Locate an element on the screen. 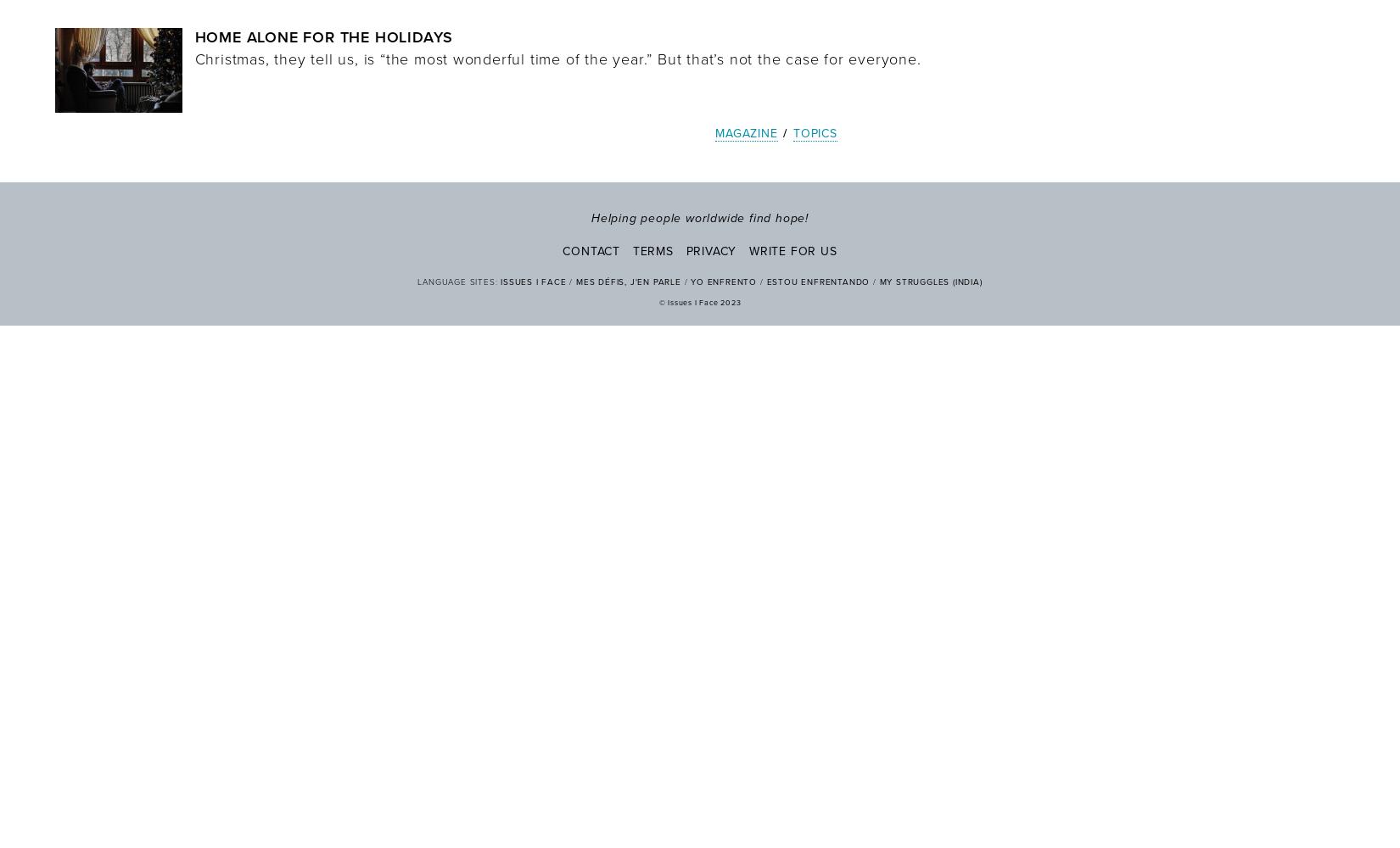  'Home Alone for the Holidays' is located at coordinates (323, 36).